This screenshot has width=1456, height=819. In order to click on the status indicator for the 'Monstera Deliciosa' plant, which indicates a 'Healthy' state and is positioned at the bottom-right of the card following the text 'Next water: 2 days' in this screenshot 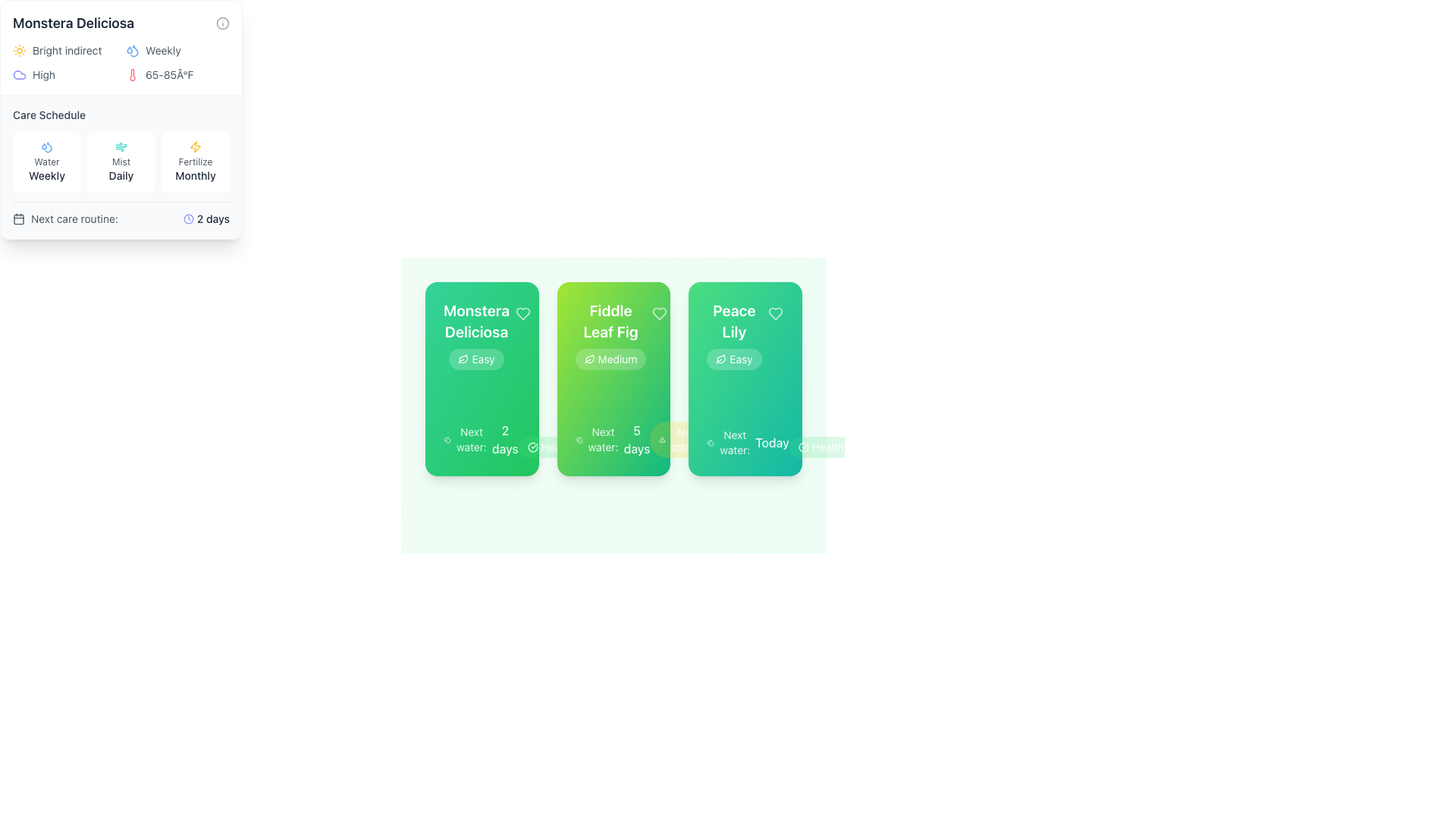, I will do `click(552, 447)`.